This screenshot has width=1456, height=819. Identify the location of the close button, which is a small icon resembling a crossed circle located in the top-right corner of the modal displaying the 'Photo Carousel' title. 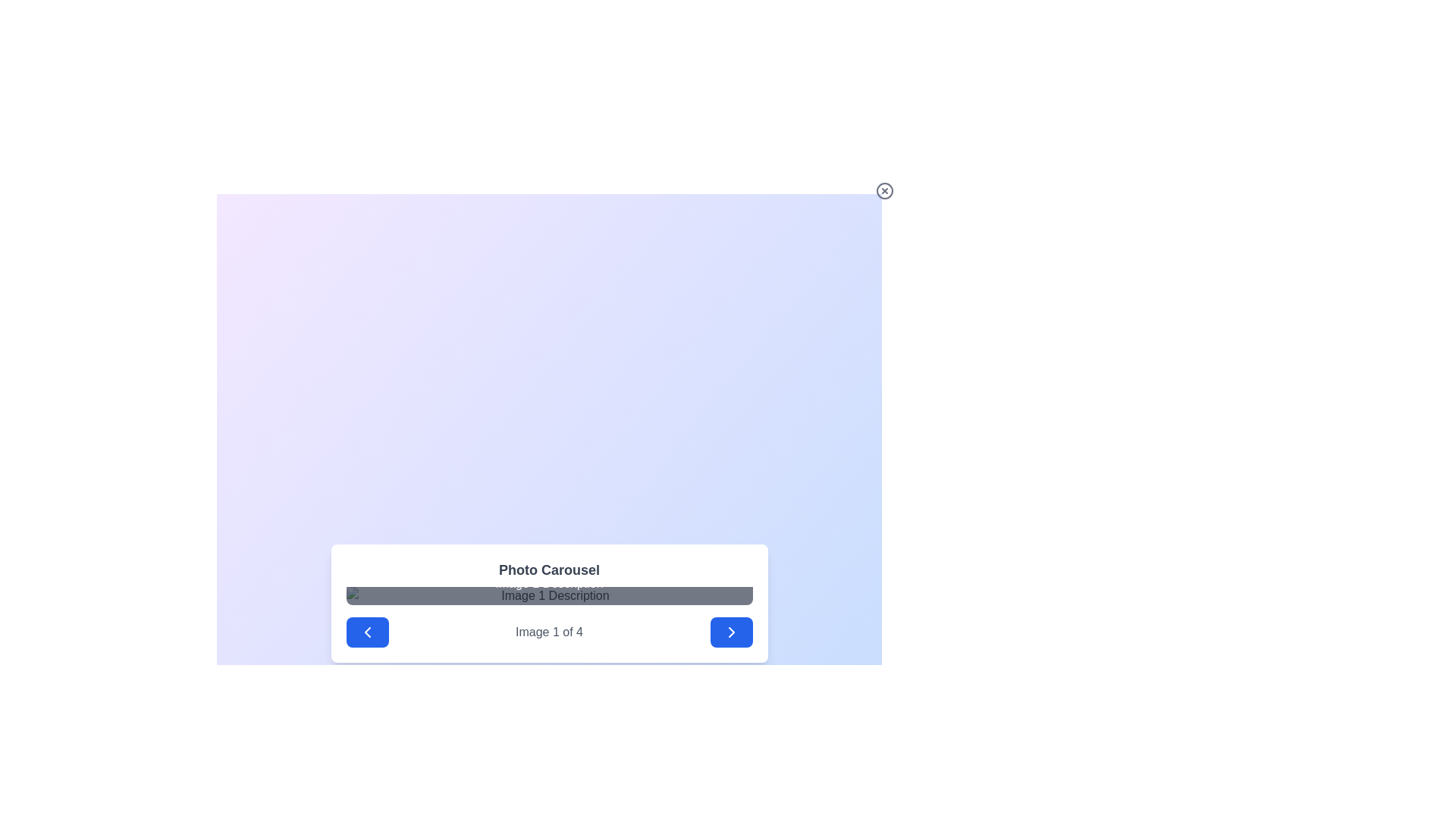
(884, 190).